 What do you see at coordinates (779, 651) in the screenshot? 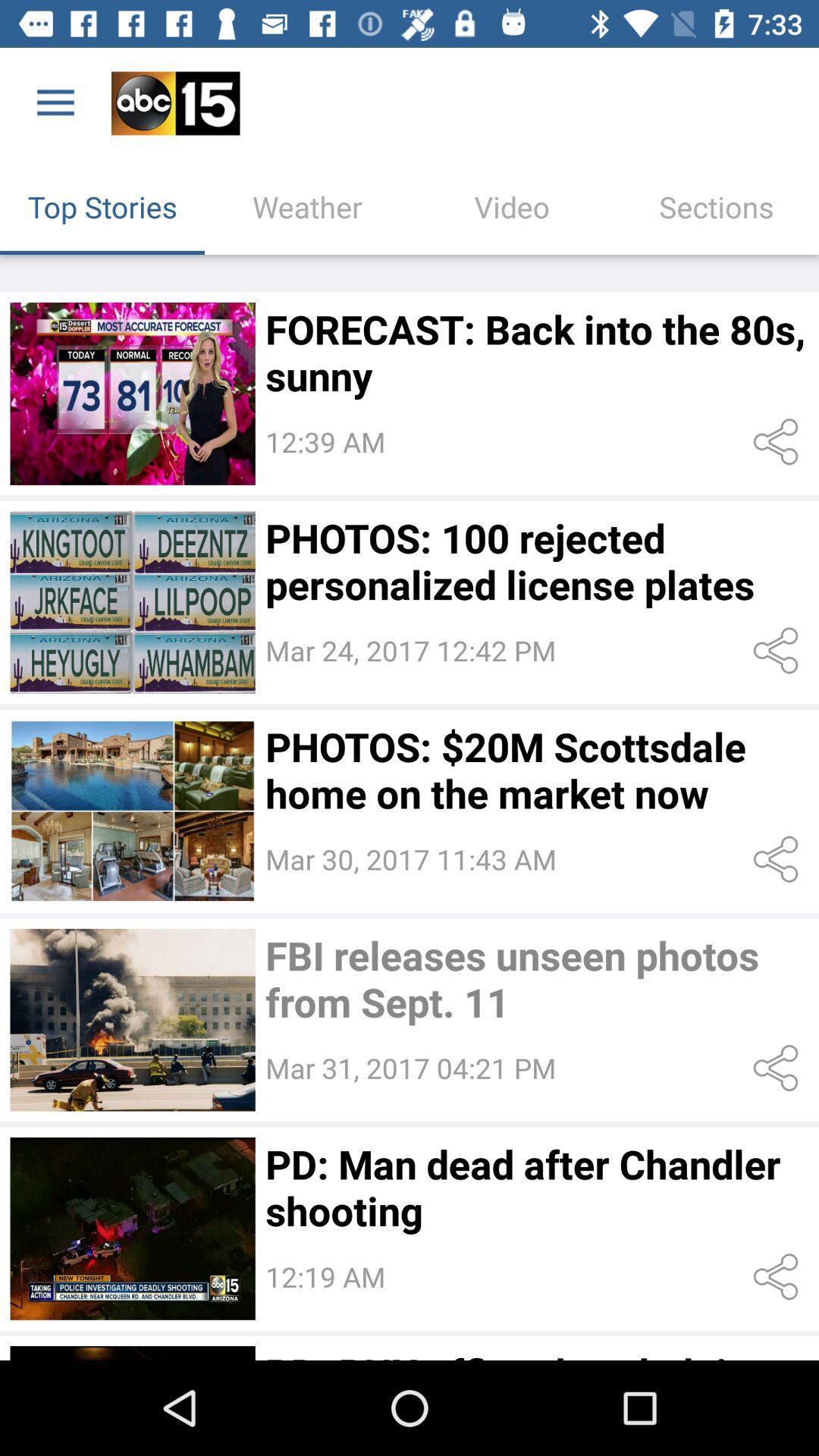
I see `share the article` at bounding box center [779, 651].